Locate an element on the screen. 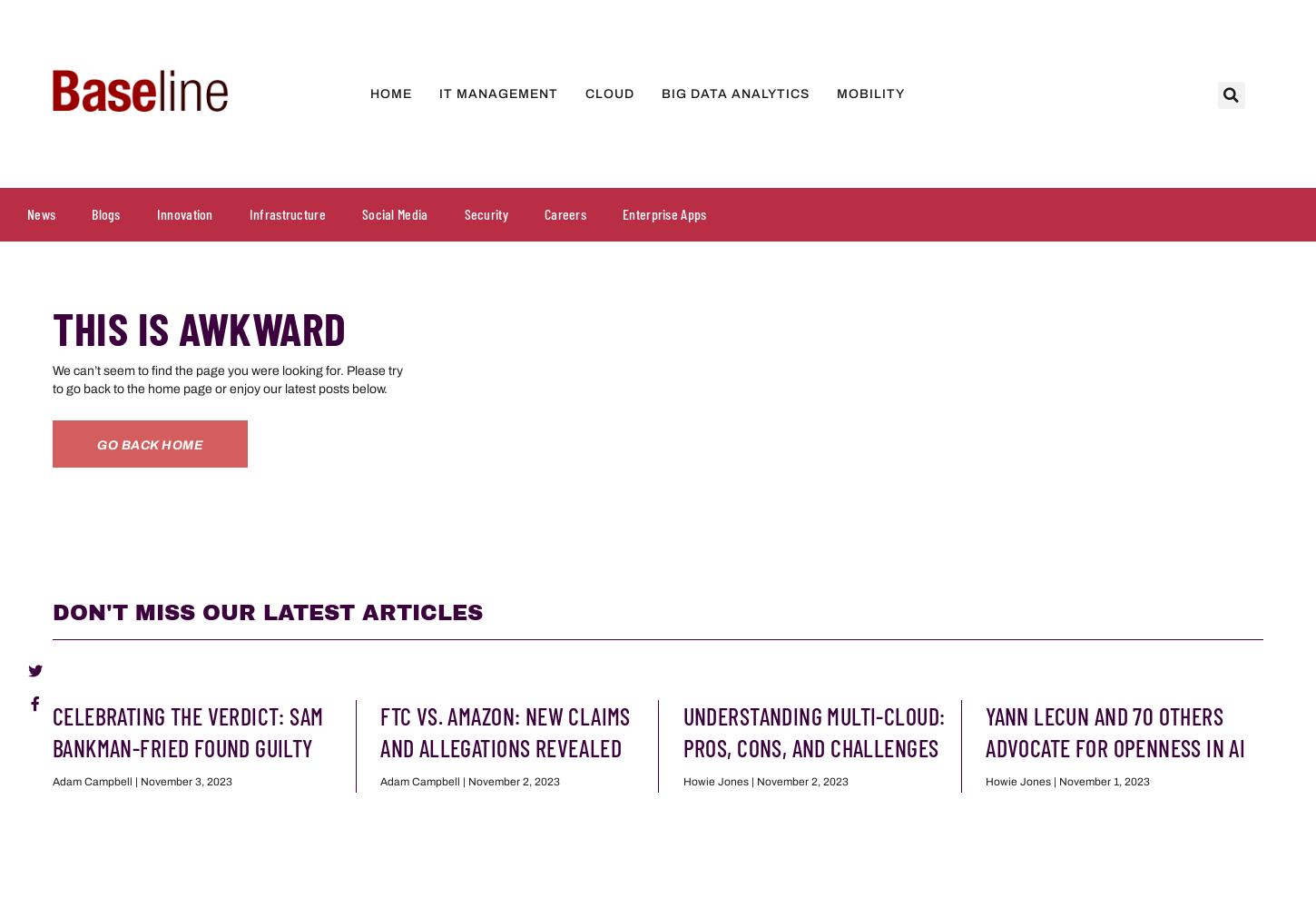  'Social Media' is located at coordinates (393, 212).